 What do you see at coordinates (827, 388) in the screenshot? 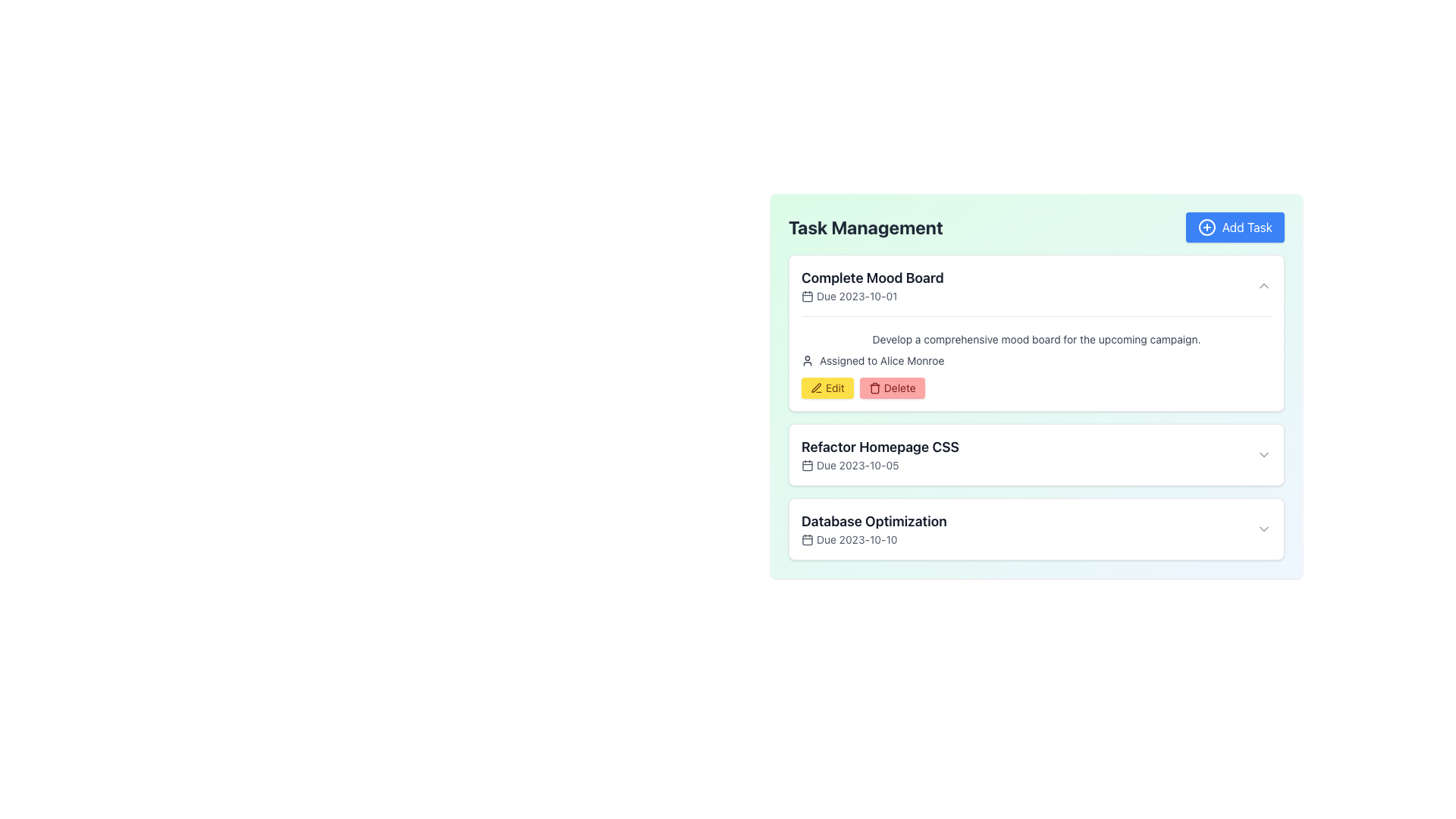
I see `the edit button located in the task card labeled 'Complete Mood Board'` at bounding box center [827, 388].